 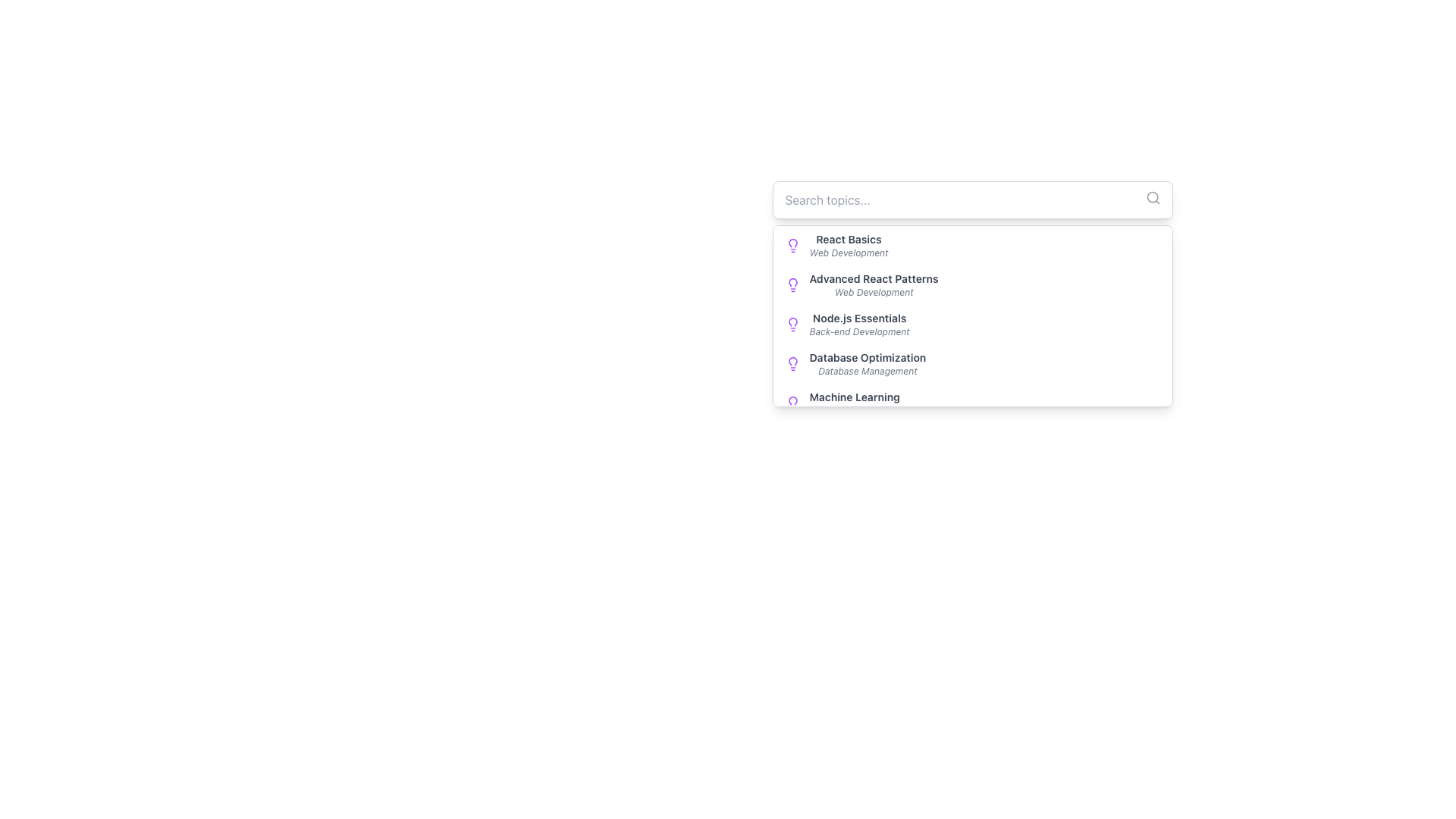 What do you see at coordinates (859, 331) in the screenshot?
I see `the static text label providing additional context for 'Node.js Essentials' under 'Back-end Development', located directly below it in the third group of a vertical list` at bounding box center [859, 331].